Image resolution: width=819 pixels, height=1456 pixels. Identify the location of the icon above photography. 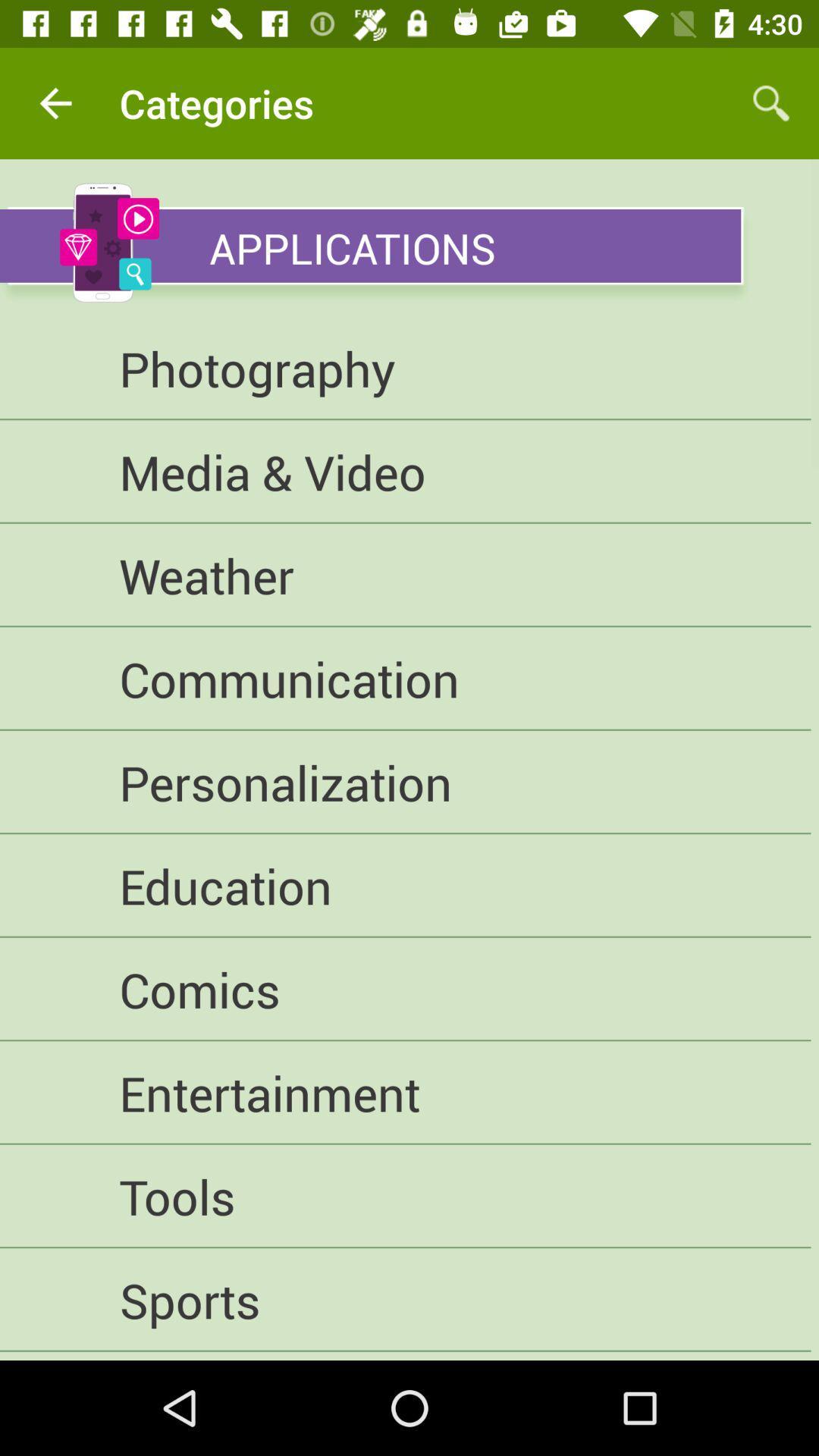
(370, 246).